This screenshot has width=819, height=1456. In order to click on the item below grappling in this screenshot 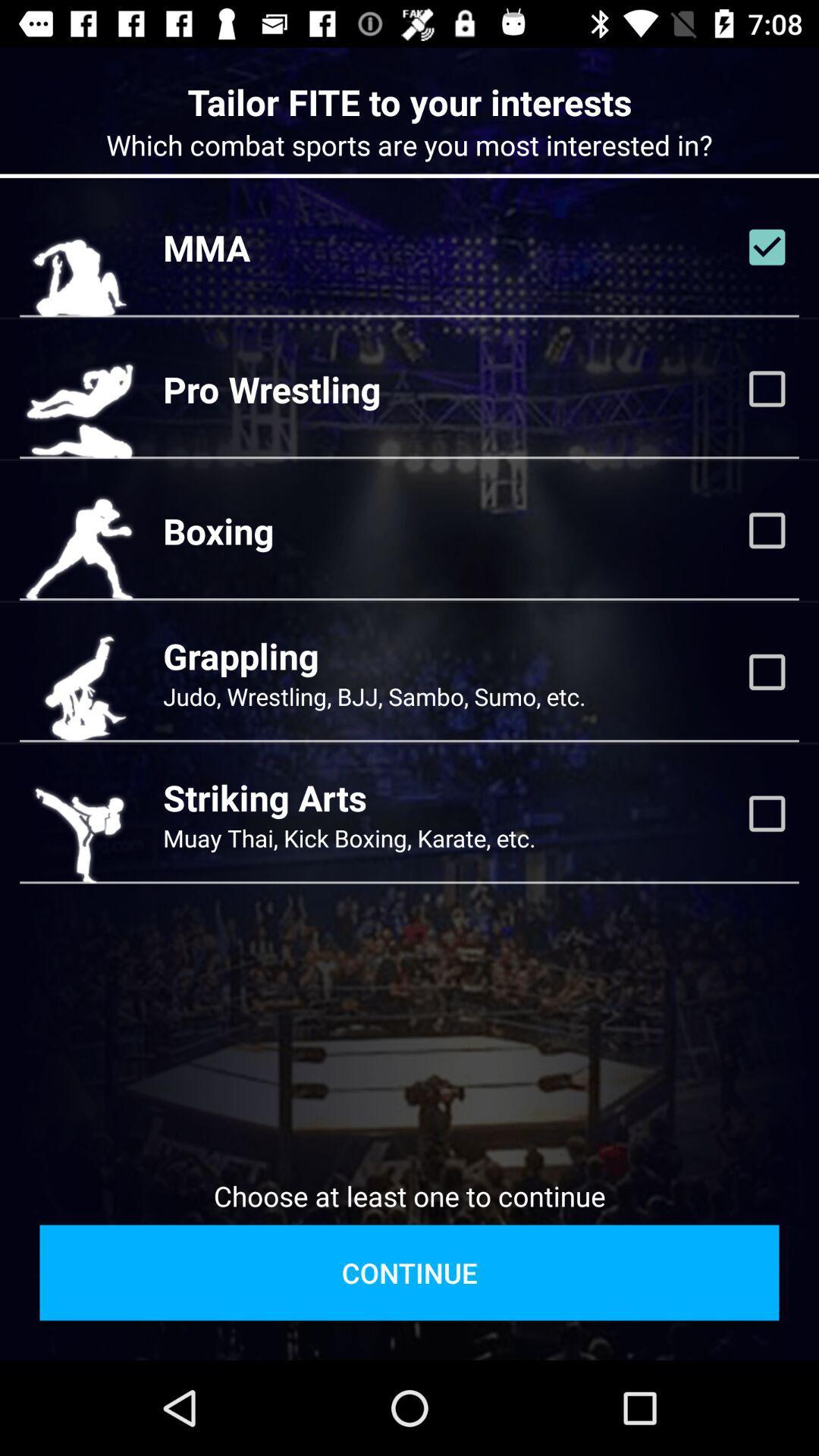, I will do `click(374, 695)`.